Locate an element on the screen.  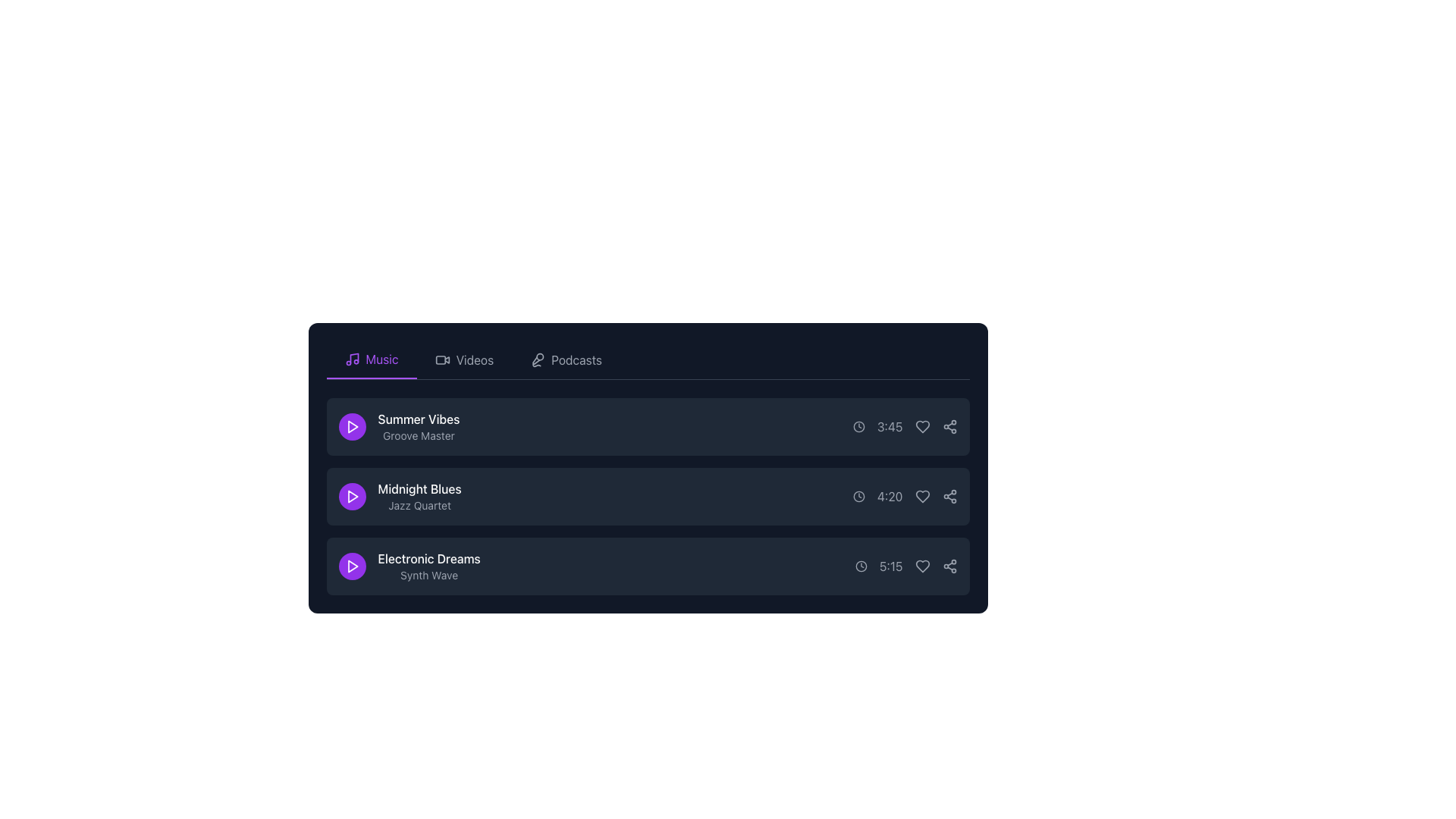
the share button, which is styled as an icon with interconnected circles and lines, located on the far-right of the row displaying the 'Midnight Blues' item is located at coordinates (949, 497).